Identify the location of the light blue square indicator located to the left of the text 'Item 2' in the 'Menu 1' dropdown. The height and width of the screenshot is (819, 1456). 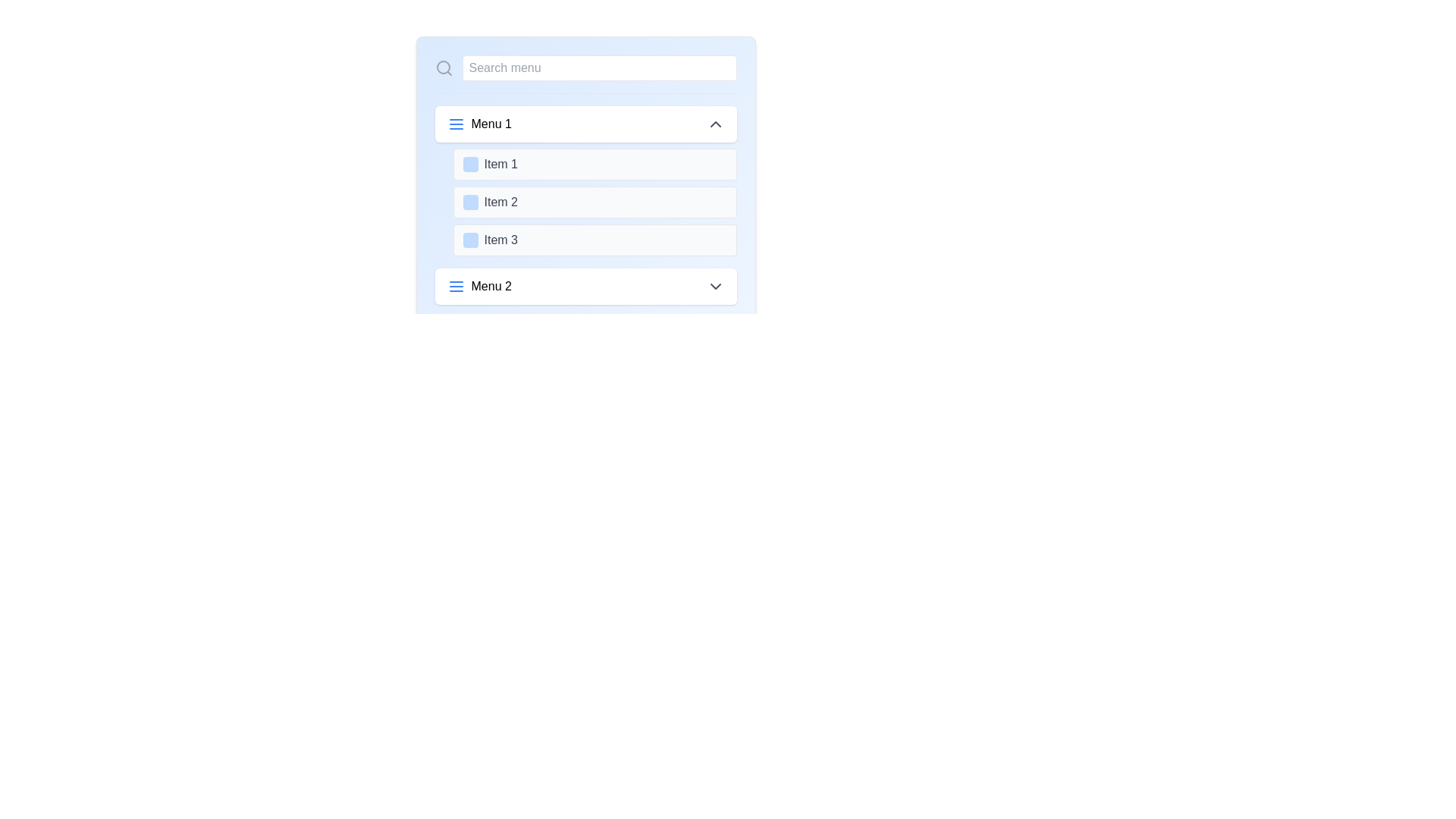
(469, 201).